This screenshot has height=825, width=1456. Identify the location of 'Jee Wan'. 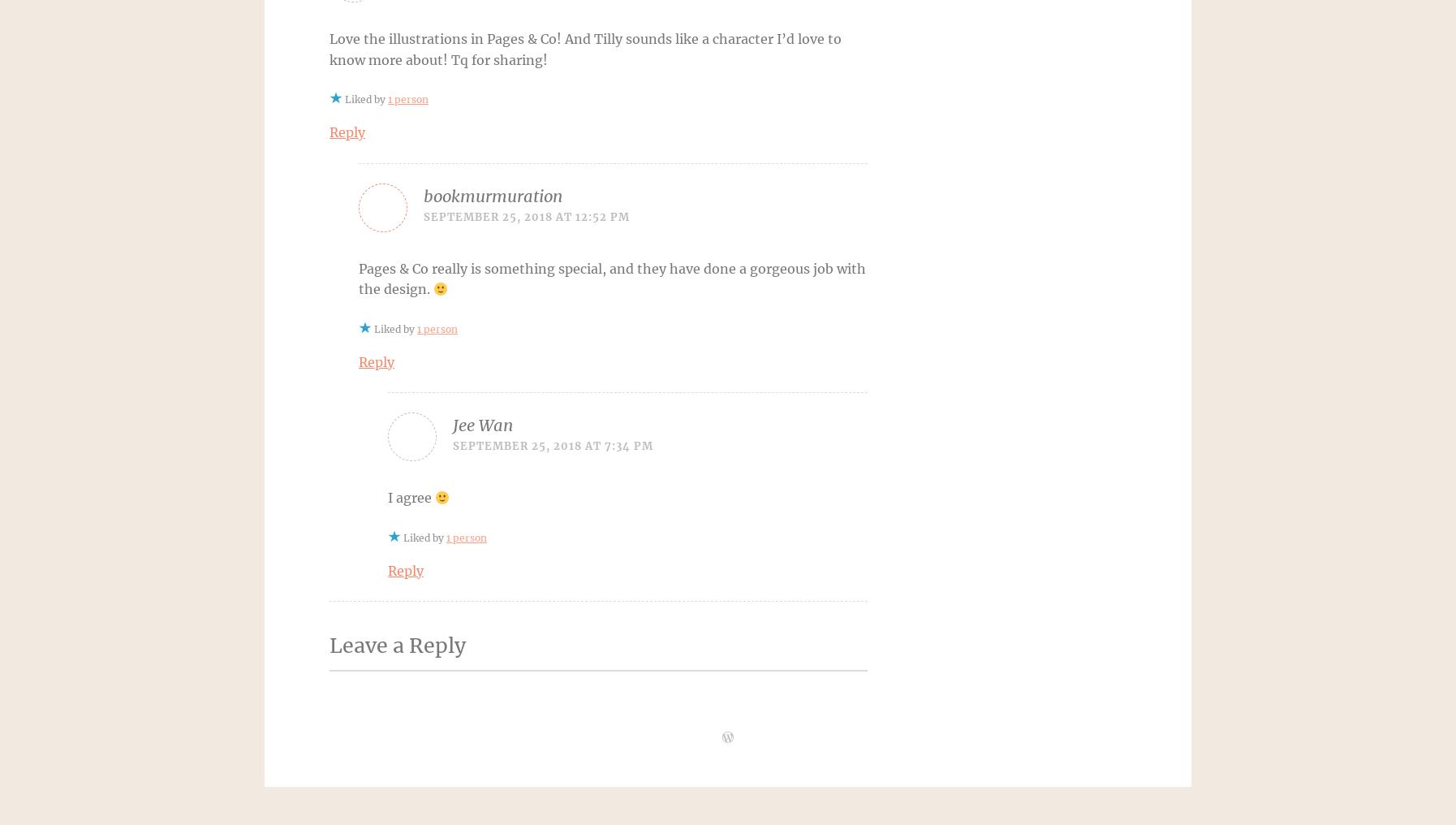
(483, 424).